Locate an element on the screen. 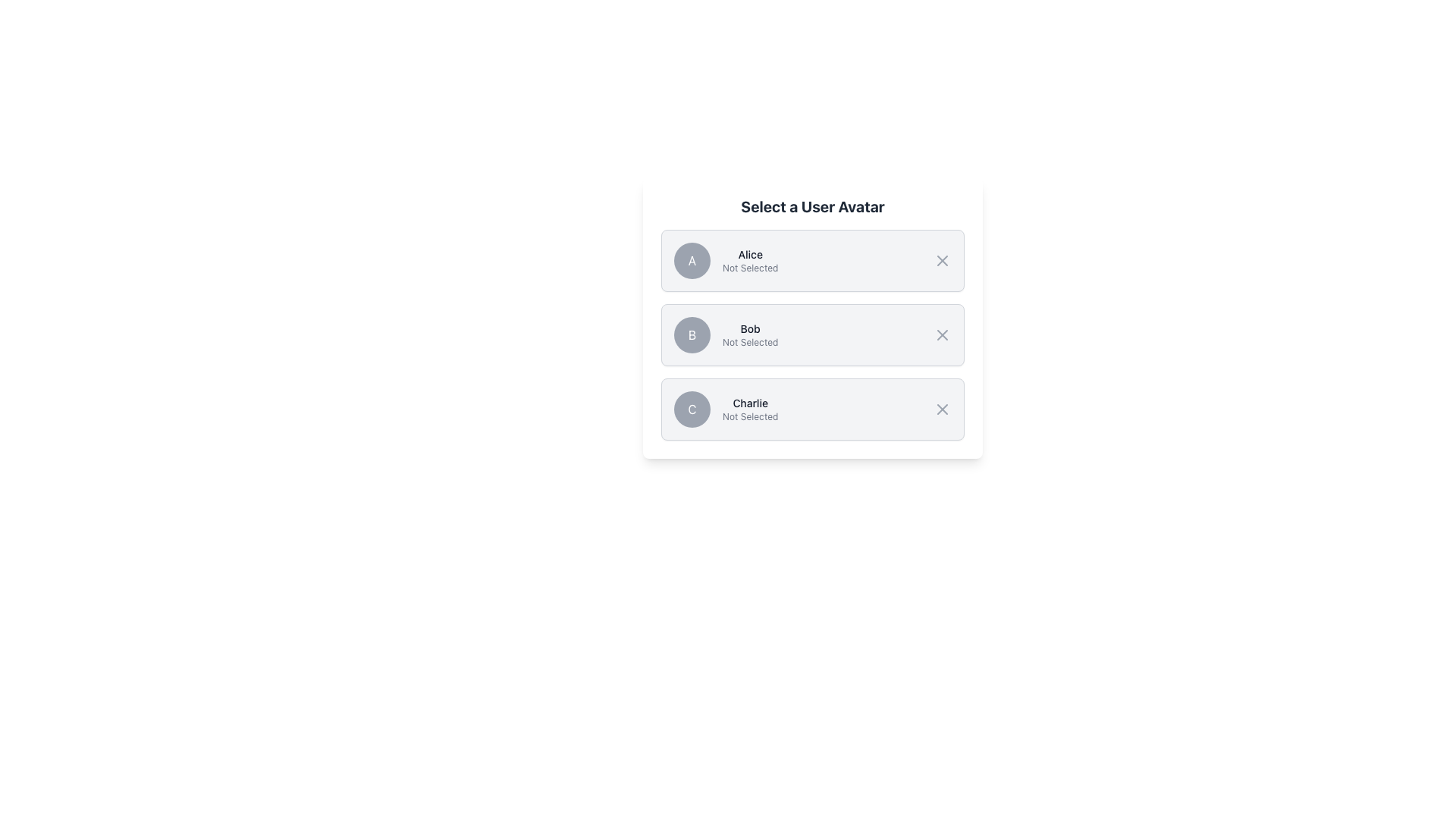 Image resolution: width=1456 pixels, height=819 pixels. the 'X' icon with a gray circular outline located at the far right of the row dedicated to 'Charlie' is located at coordinates (942, 409).